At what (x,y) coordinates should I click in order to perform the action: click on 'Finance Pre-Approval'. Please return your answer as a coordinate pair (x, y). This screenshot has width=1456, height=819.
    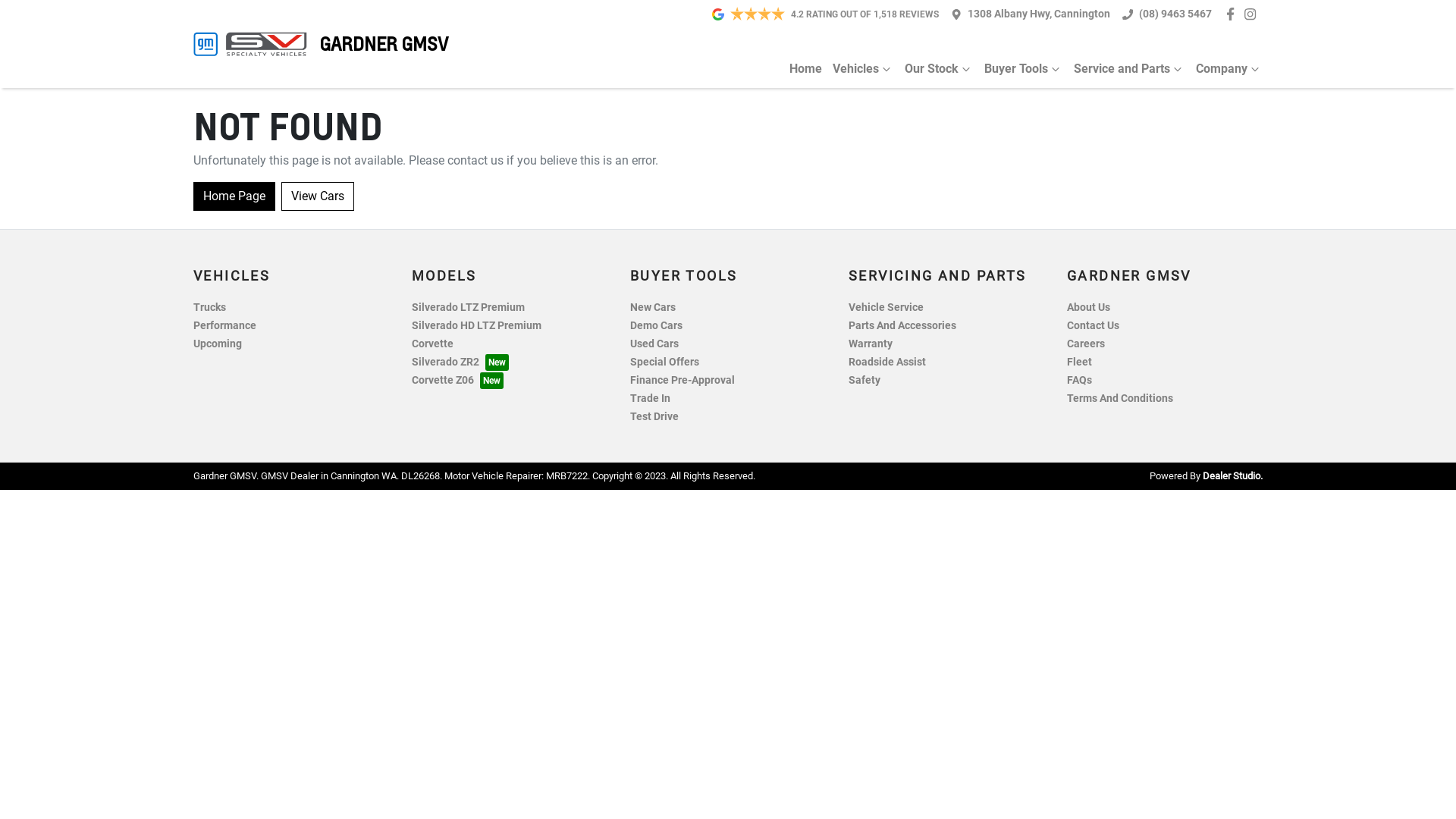
    Looking at the image, I should click on (682, 379).